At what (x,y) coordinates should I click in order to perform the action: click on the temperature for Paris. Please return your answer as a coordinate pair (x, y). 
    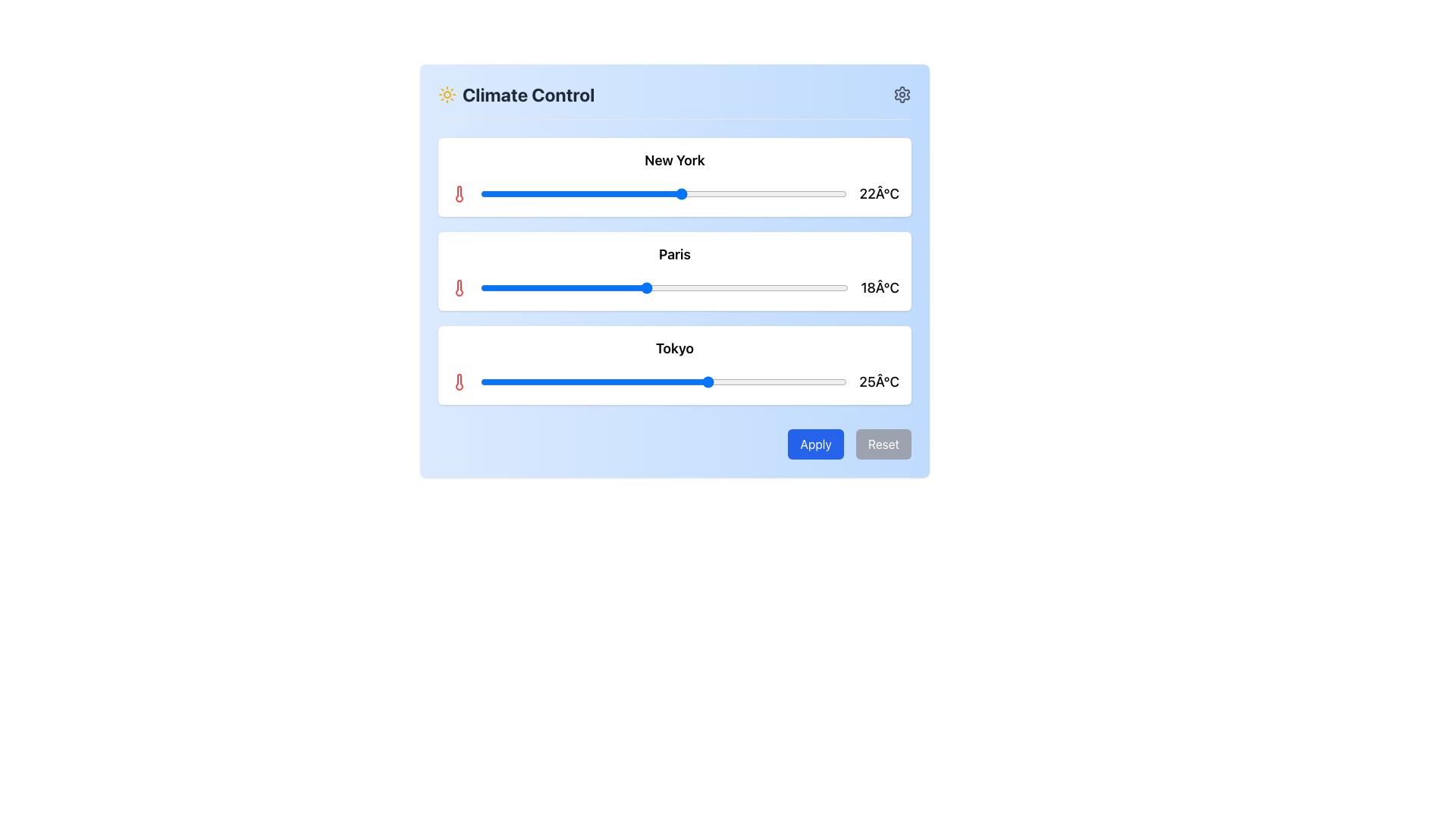
    Looking at the image, I should click on (526, 288).